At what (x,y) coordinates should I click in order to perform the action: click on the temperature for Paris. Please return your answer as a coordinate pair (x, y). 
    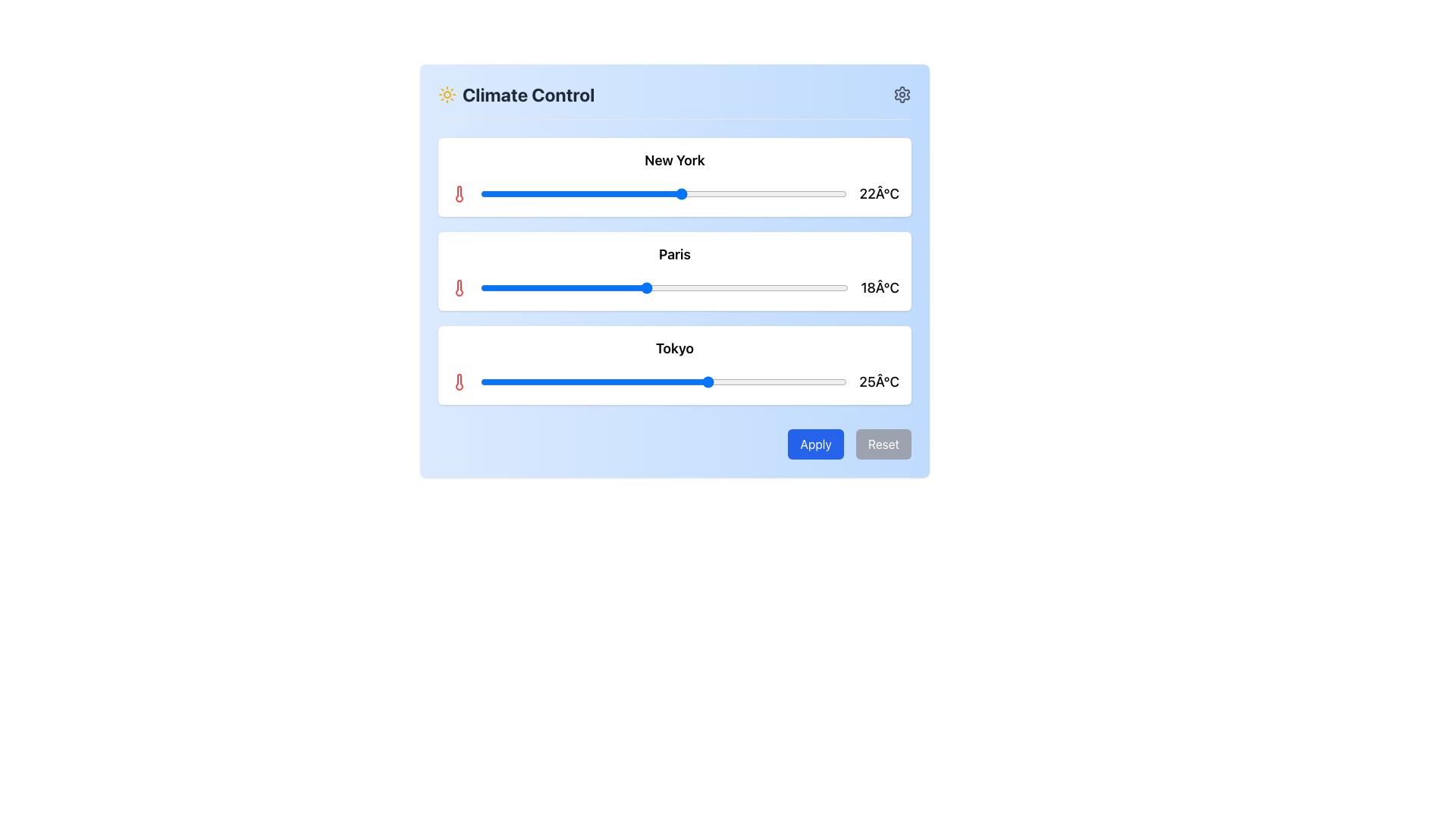
    Looking at the image, I should click on (526, 288).